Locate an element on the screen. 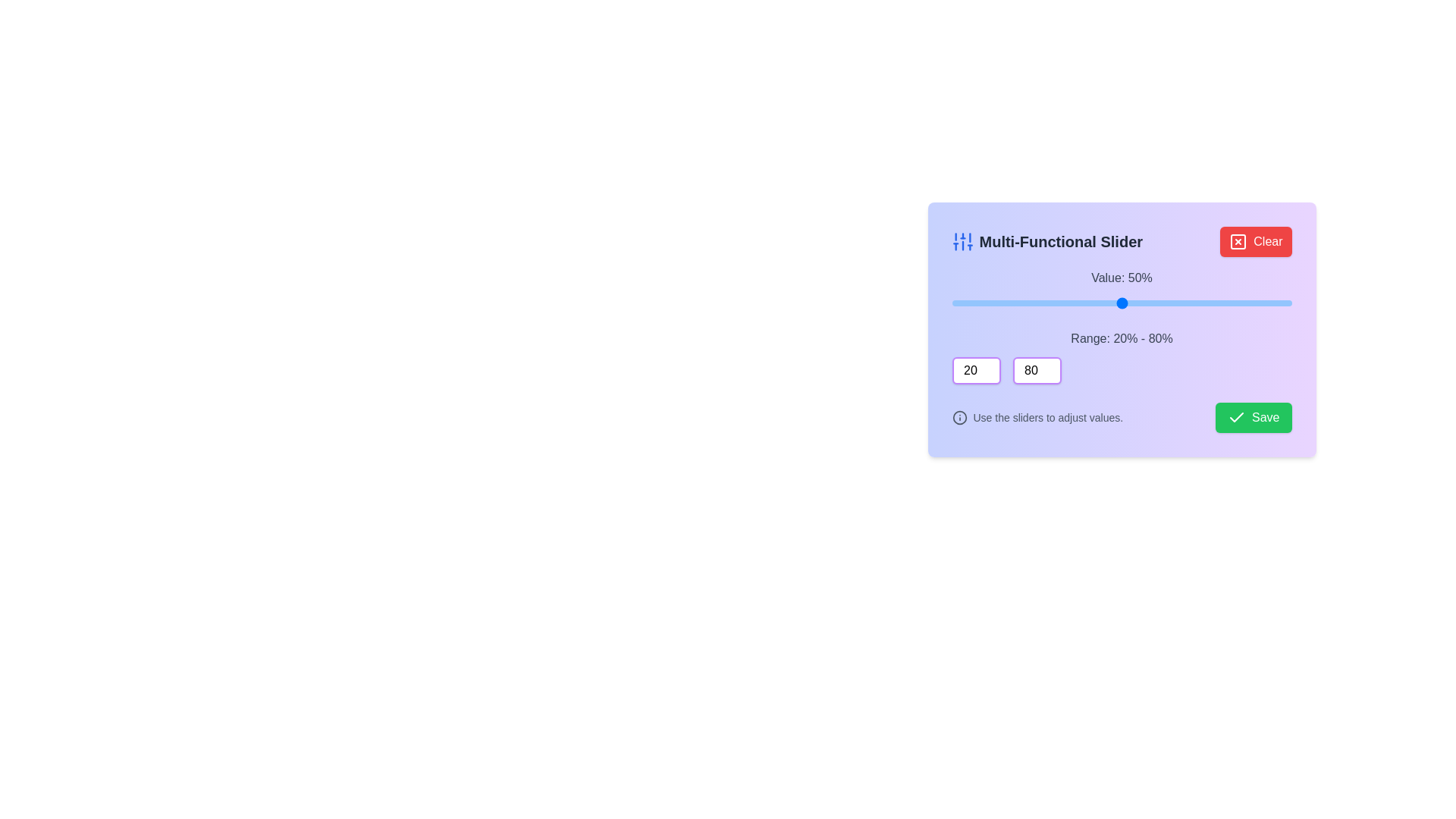  the informational icon located to the left of the text 'Use the sliders to adjust values.' is located at coordinates (959, 418).